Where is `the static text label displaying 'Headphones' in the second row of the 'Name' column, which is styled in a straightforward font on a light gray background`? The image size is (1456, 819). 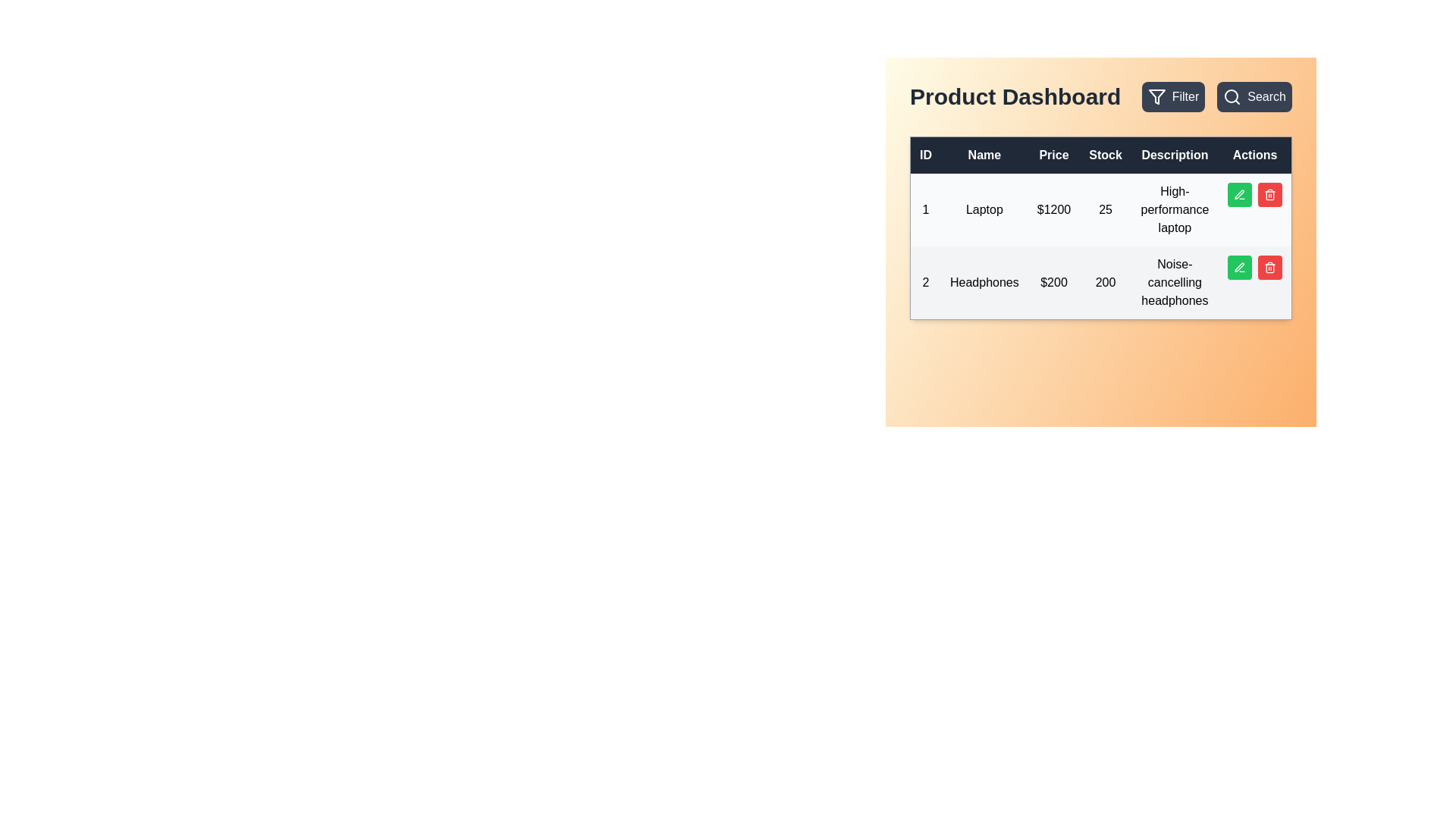 the static text label displaying 'Headphones' in the second row of the 'Name' column, which is styled in a straightforward font on a light gray background is located at coordinates (984, 283).